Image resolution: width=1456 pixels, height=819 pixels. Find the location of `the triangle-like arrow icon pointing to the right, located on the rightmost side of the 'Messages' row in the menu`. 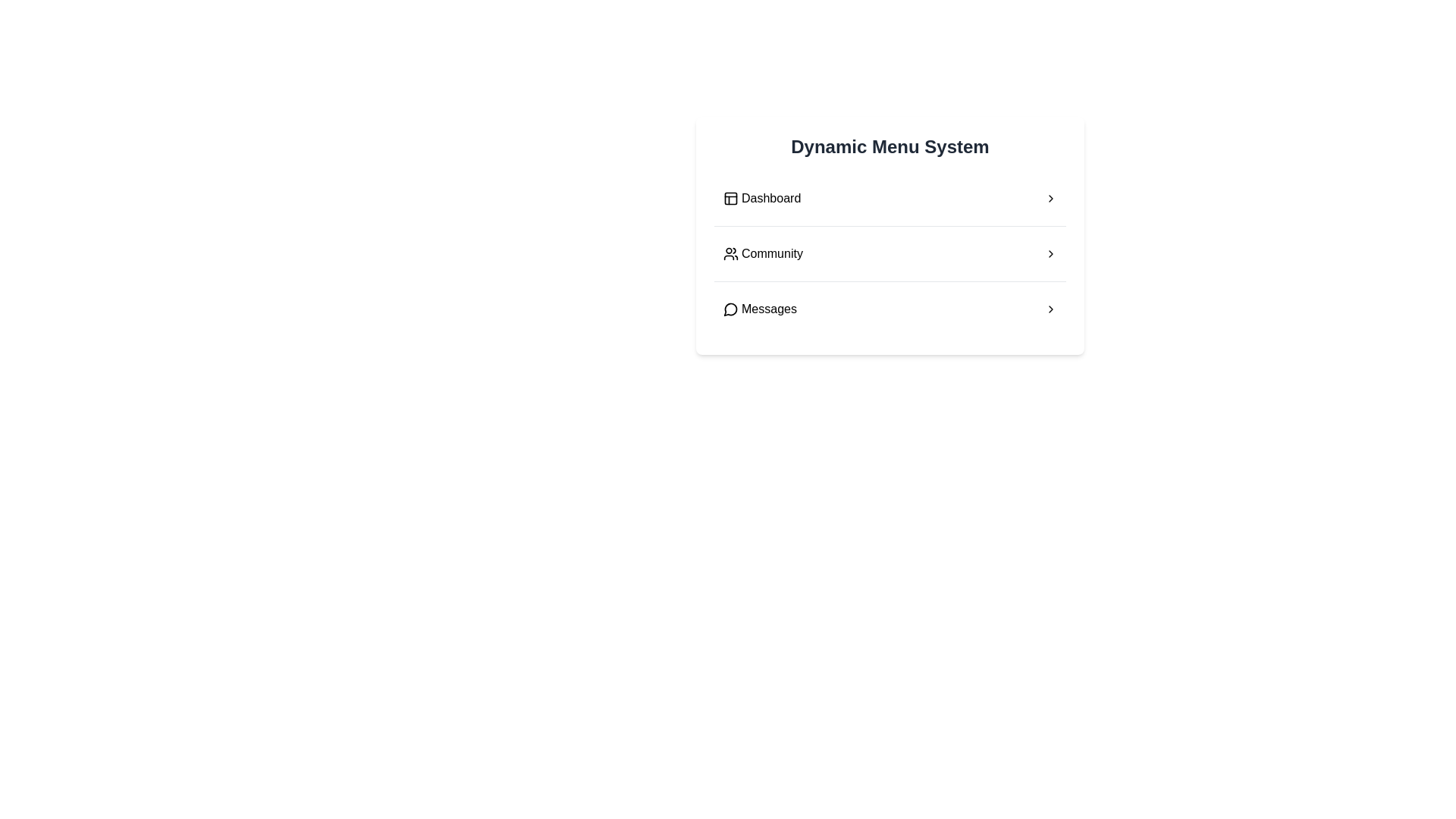

the triangle-like arrow icon pointing to the right, located on the rightmost side of the 'Messages' row in the menu is located at coordinates (1050, 309).